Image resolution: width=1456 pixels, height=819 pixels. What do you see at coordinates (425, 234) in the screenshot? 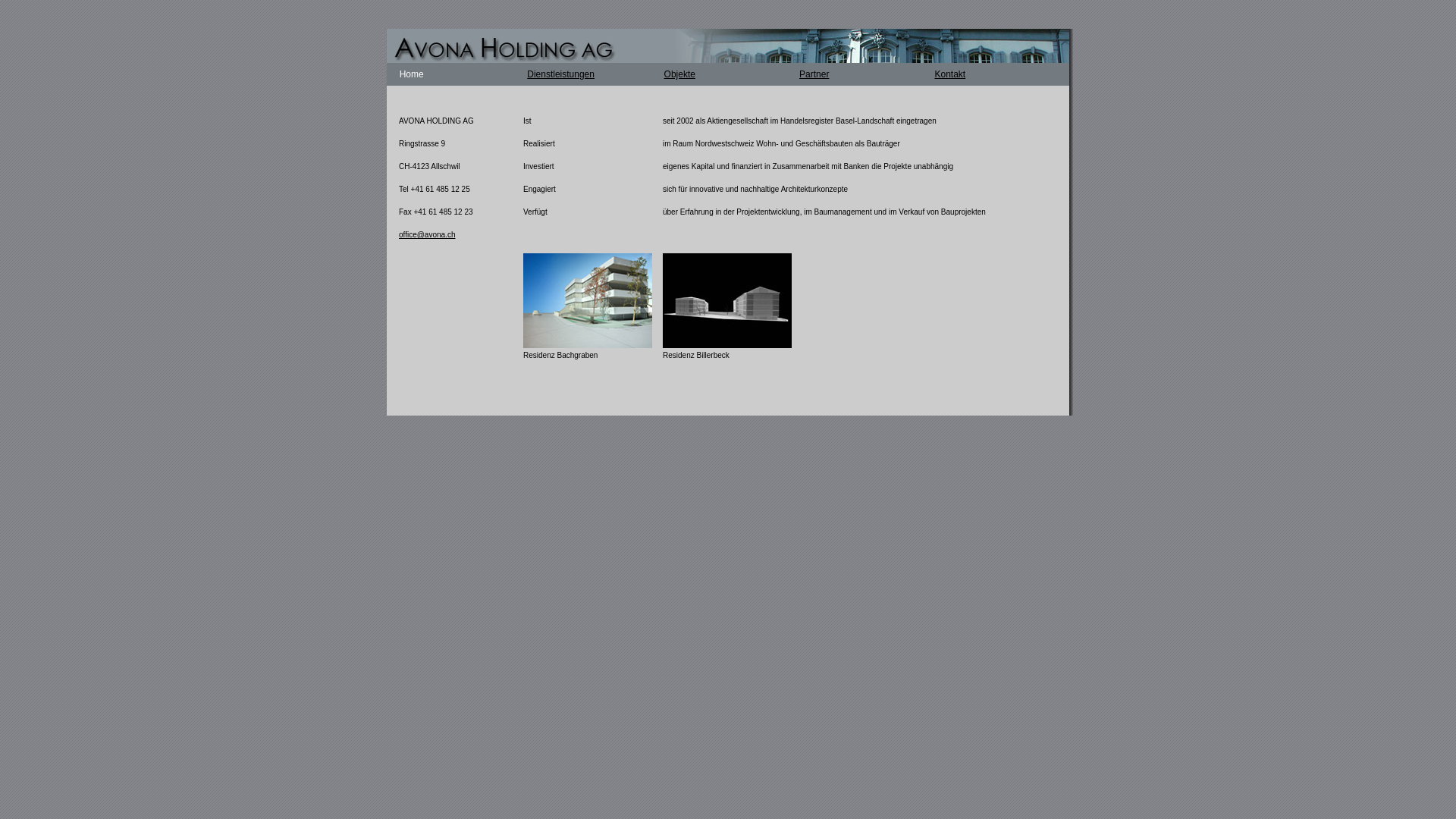
I see `'office@avona.ch'` at bounding box center [425, 234].